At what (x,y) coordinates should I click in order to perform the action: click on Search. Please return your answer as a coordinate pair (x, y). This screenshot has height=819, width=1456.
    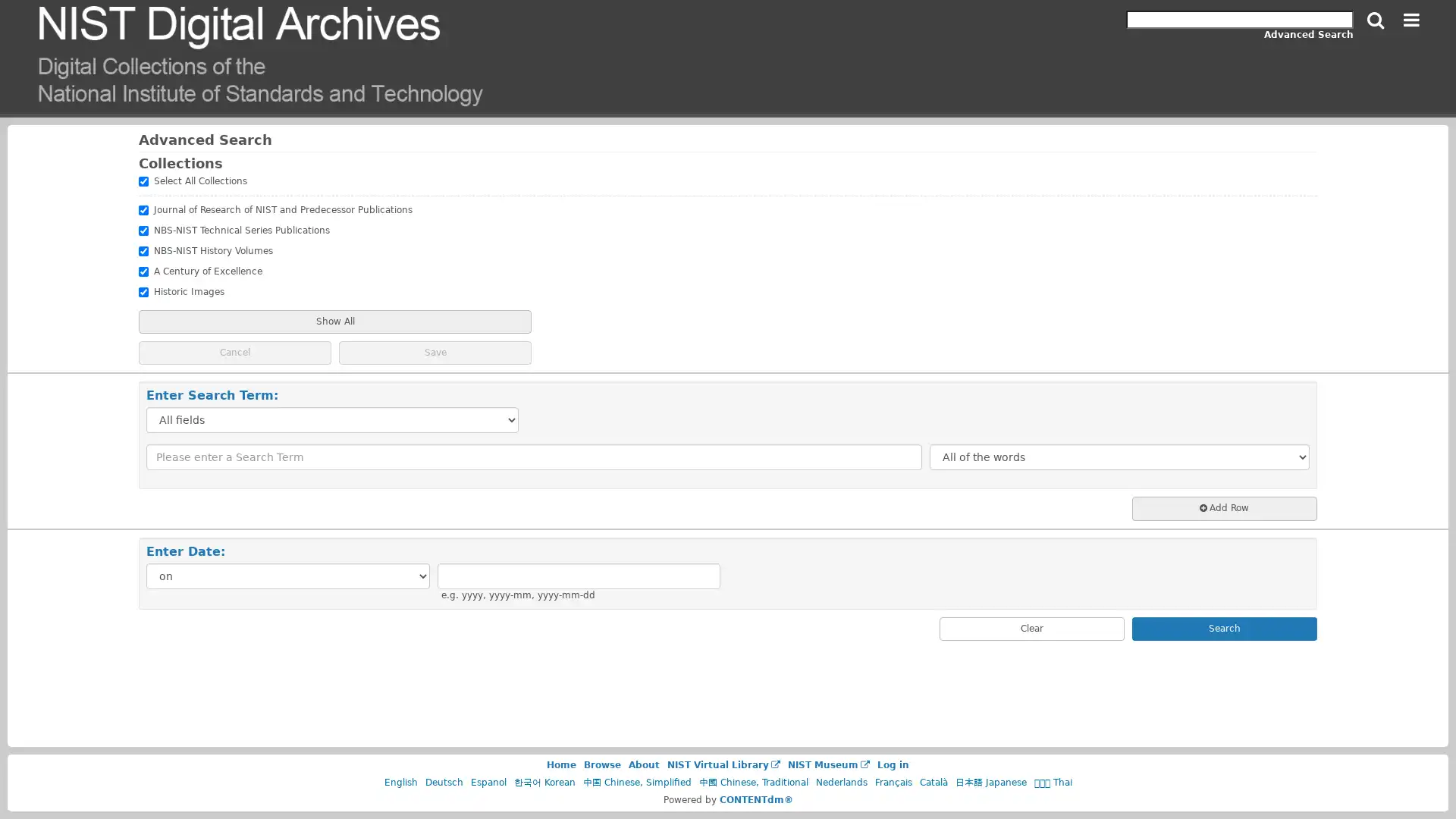
    Looking at the image, I should click on (1223, 629).